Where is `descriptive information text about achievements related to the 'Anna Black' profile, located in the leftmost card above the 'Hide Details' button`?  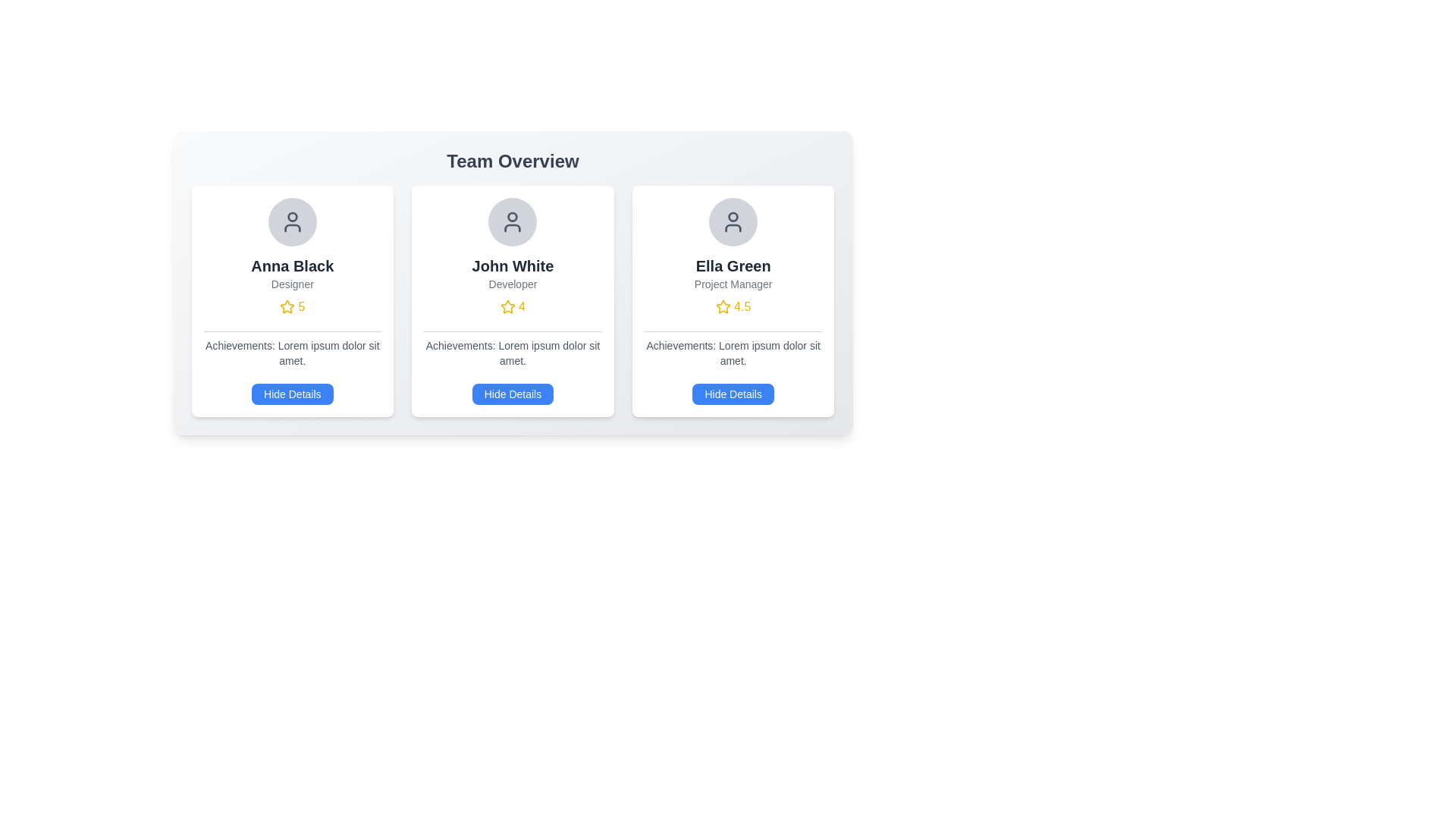 descriptive information text about achievements related to the 'Anna Black' profile, located in the leftmost card above the 'Hide Details' button is located at coordinates (292, 353).